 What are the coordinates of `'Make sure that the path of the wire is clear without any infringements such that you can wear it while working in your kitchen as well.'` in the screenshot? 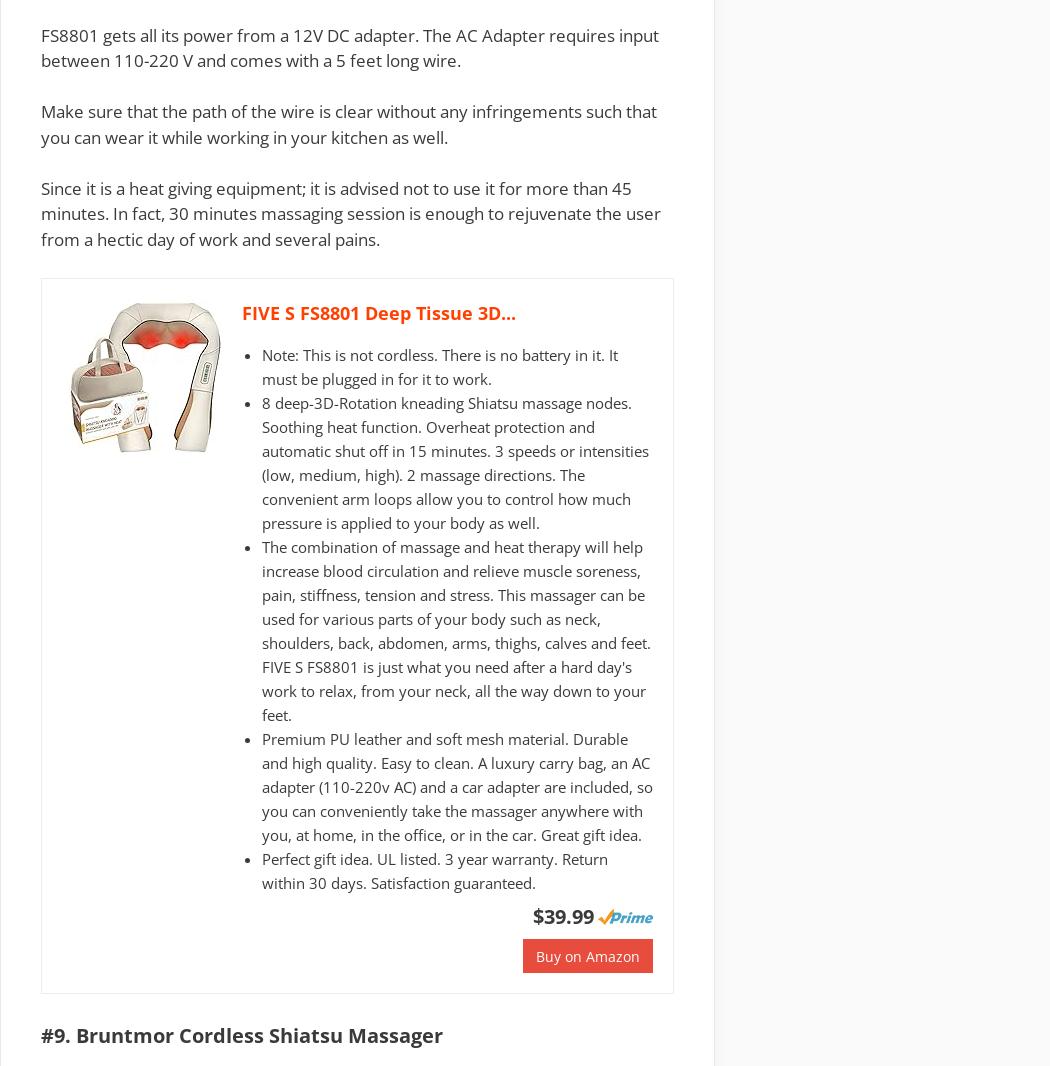 It's located at (348, 122).